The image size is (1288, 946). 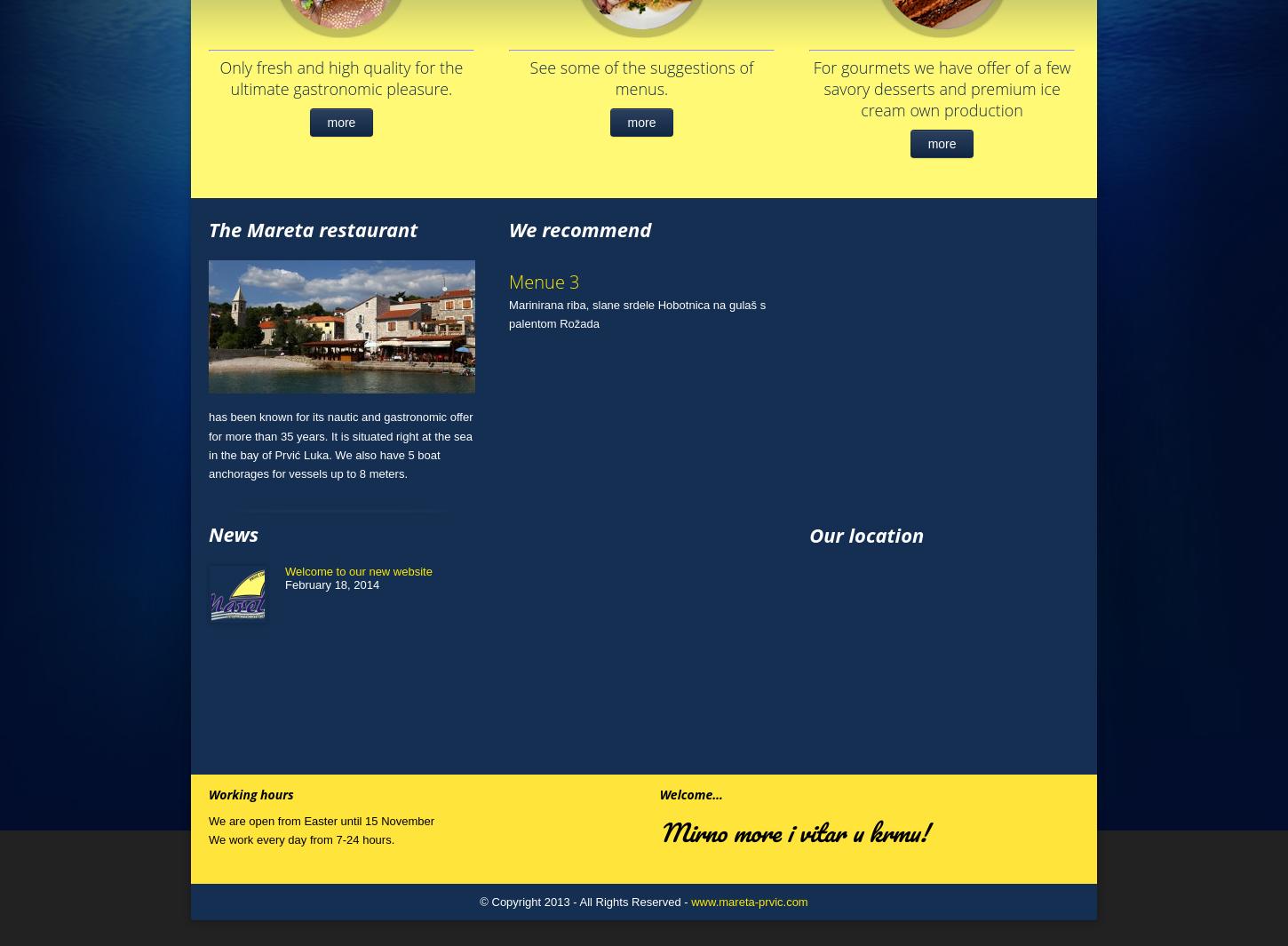 What do you see at coordinates (866, 533) in the screenshot?
I see `'Our location'` at bounding box center [866, 533].